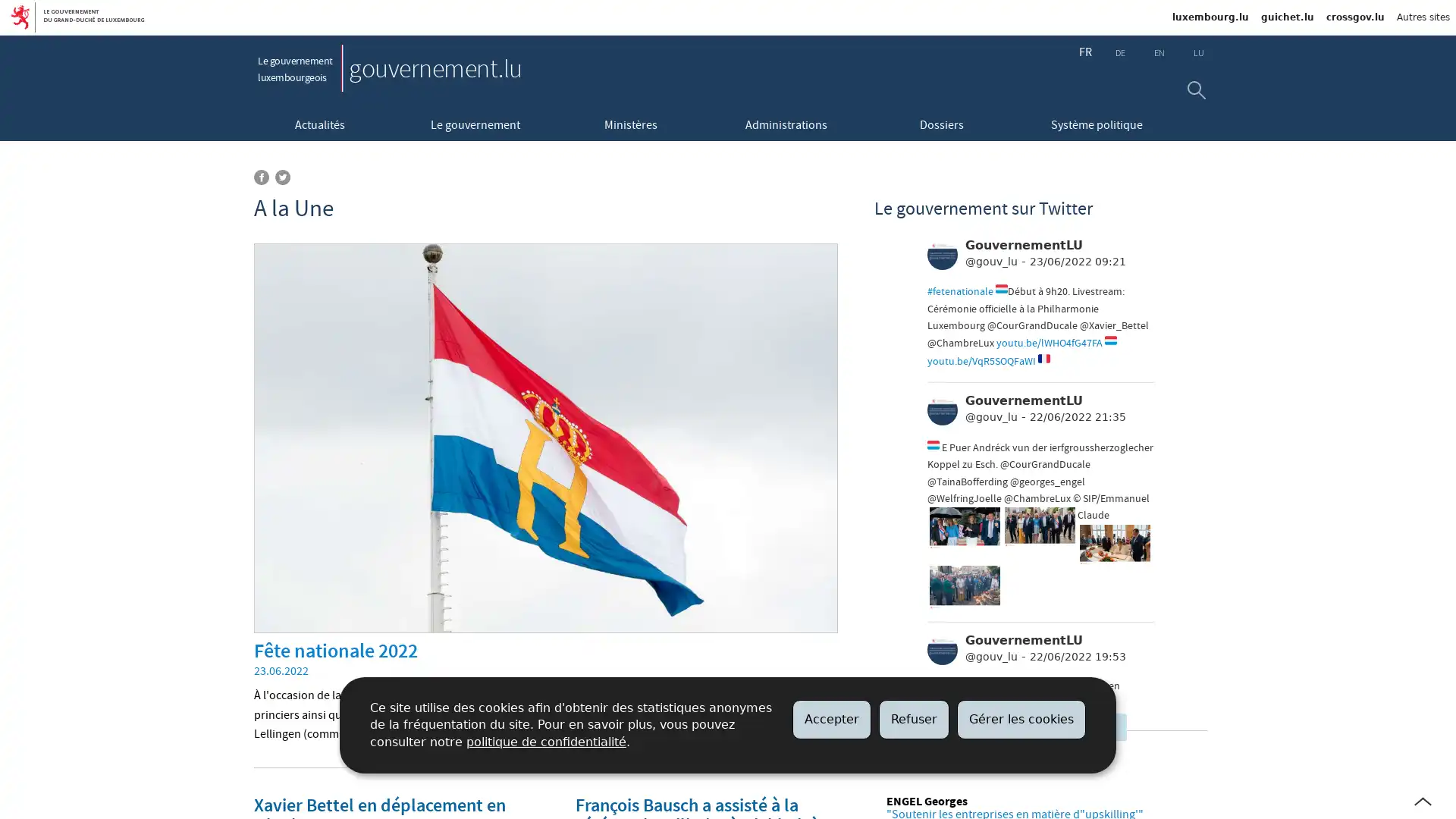  I want to click on Gerer les cookies, so click(1021, 718).